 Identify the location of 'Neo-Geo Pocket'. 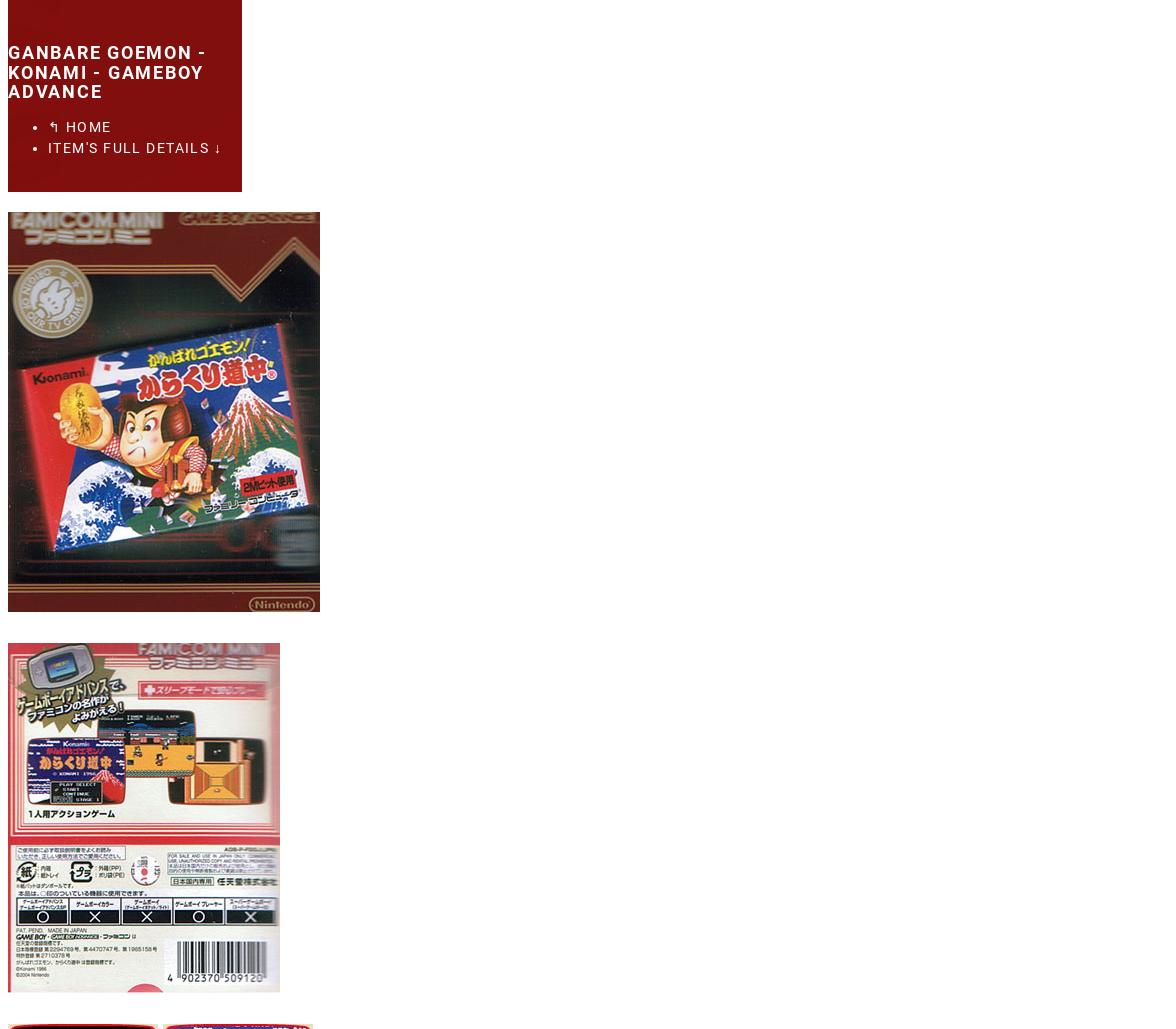
(166, 218).